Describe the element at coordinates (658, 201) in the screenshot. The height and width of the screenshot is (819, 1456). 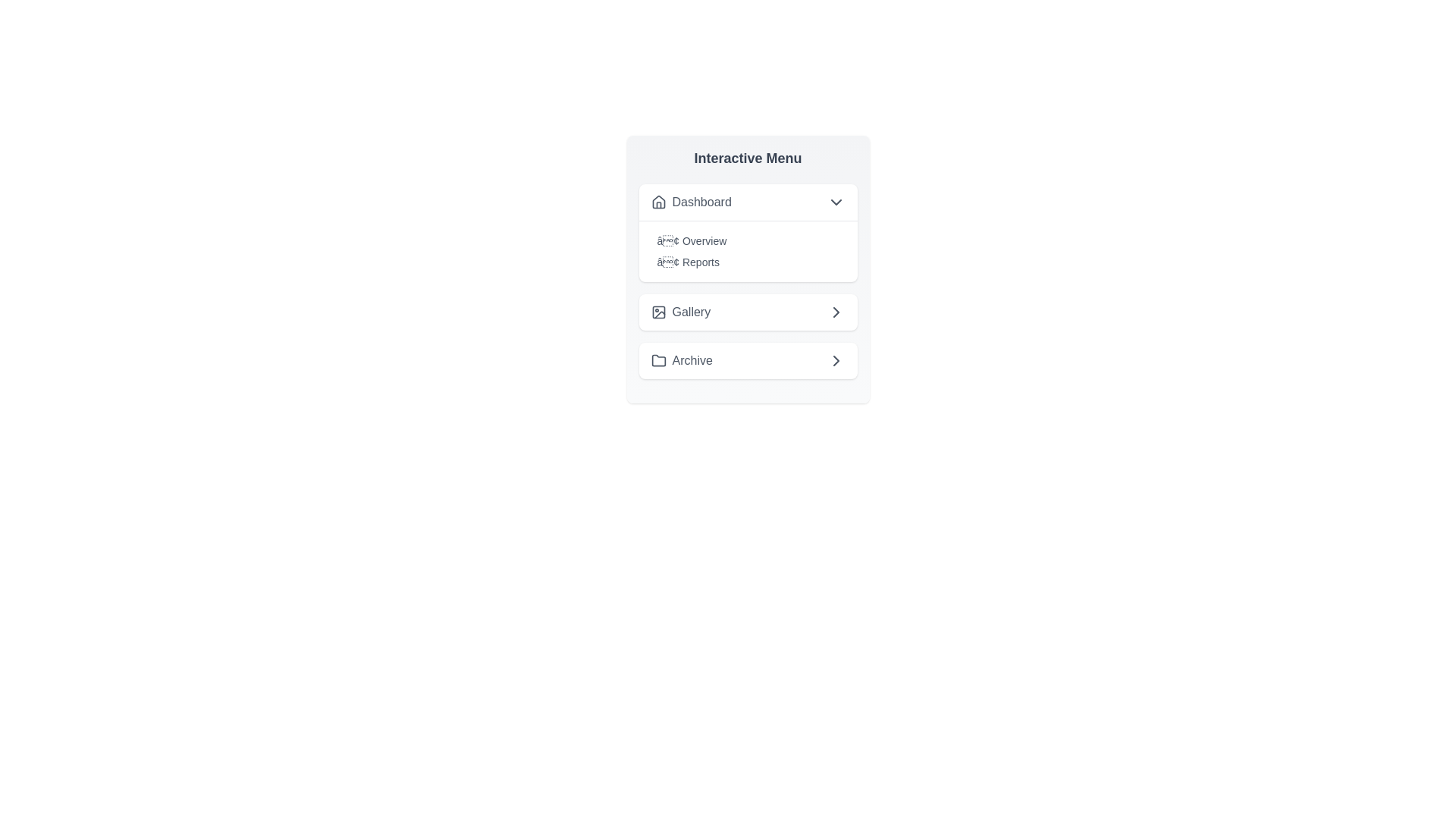
I see `the icon of the section Dashboard` at that location.